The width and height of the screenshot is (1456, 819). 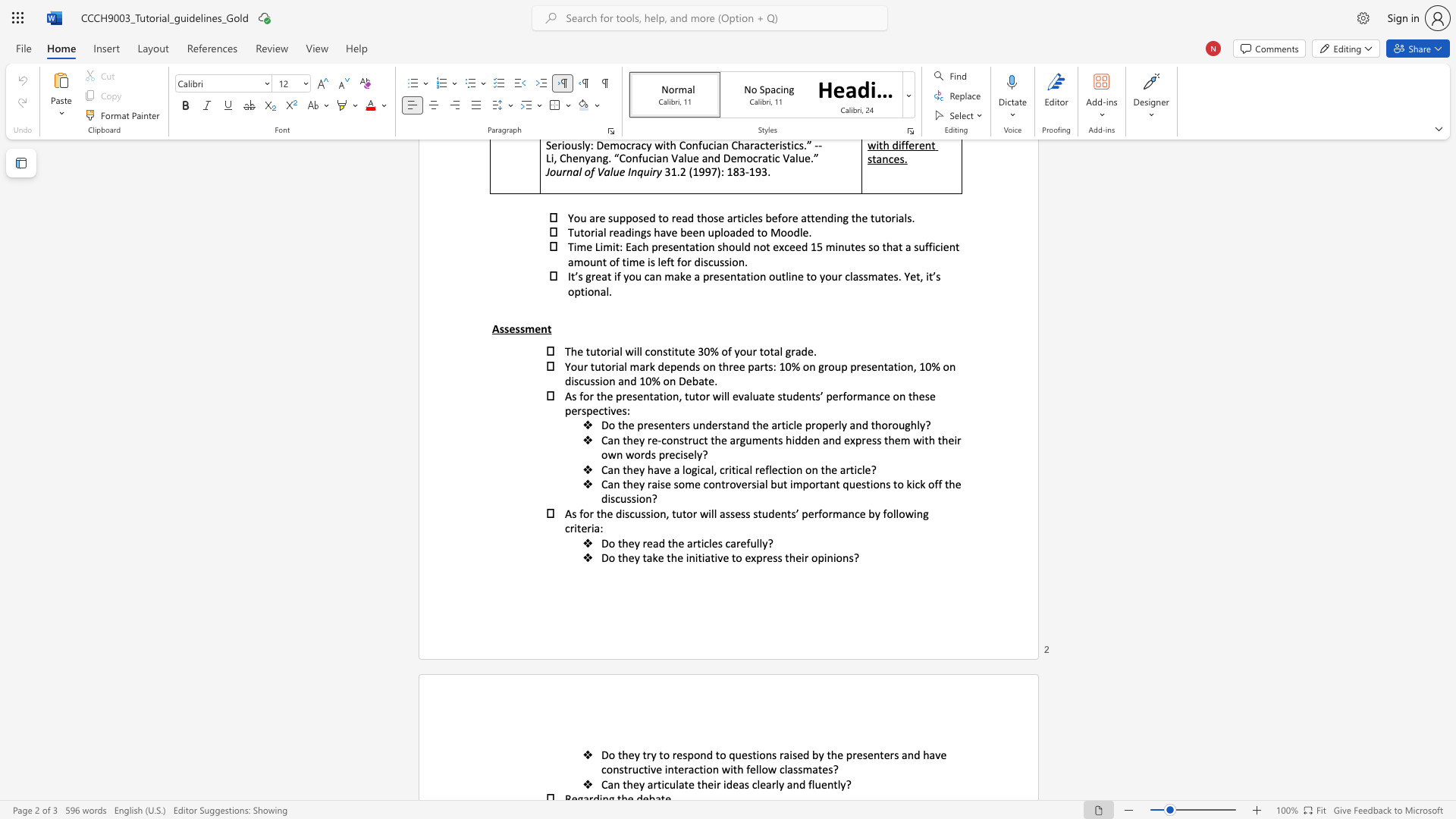 I want to click on the subset text "ntrove" within the text "Can they raise some controversial but important questions to kick off the discussion?", so click(x=714, y=484).